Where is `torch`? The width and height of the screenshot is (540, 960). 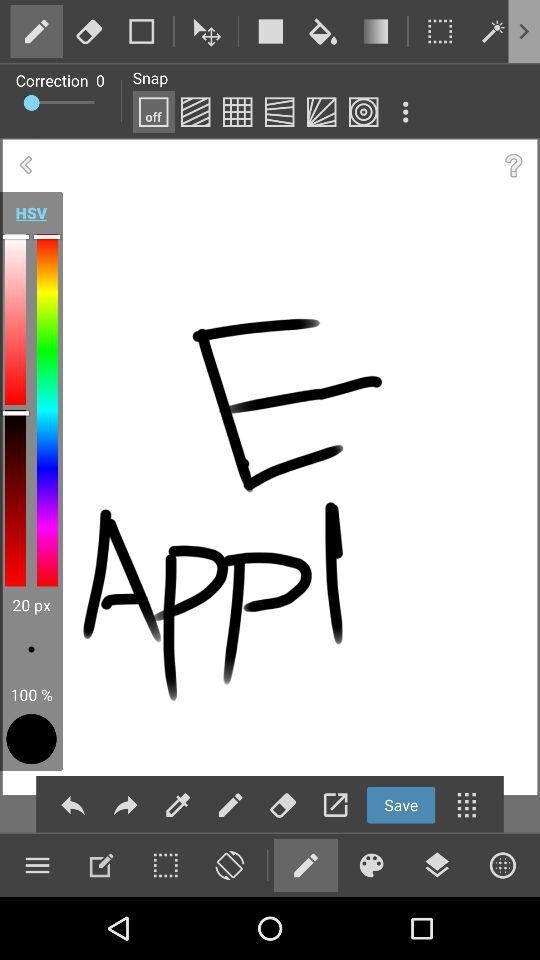 torch is located at coordinates (491, 30).